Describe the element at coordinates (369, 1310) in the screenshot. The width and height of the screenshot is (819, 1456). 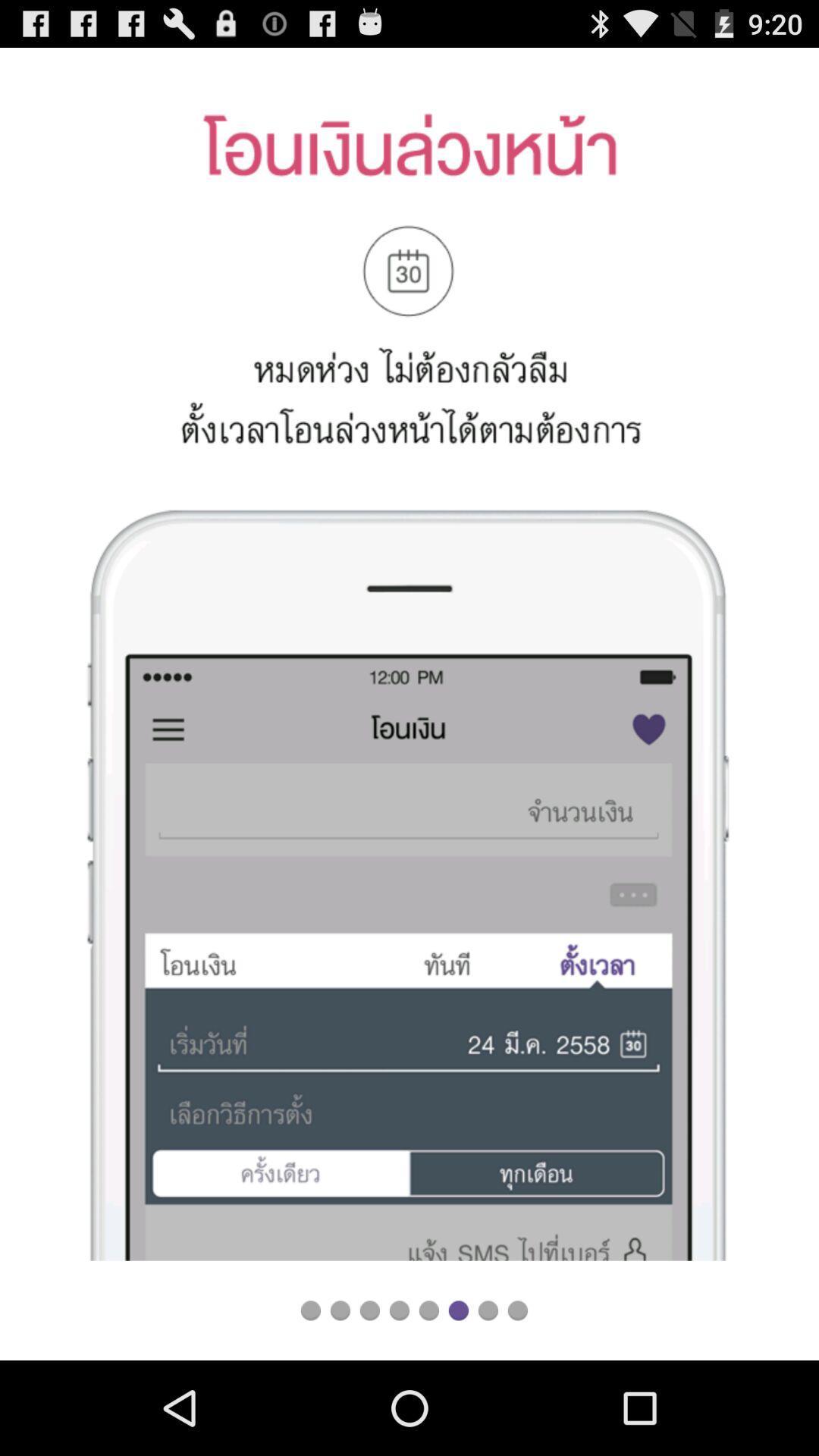
I see `previous image` at that location.